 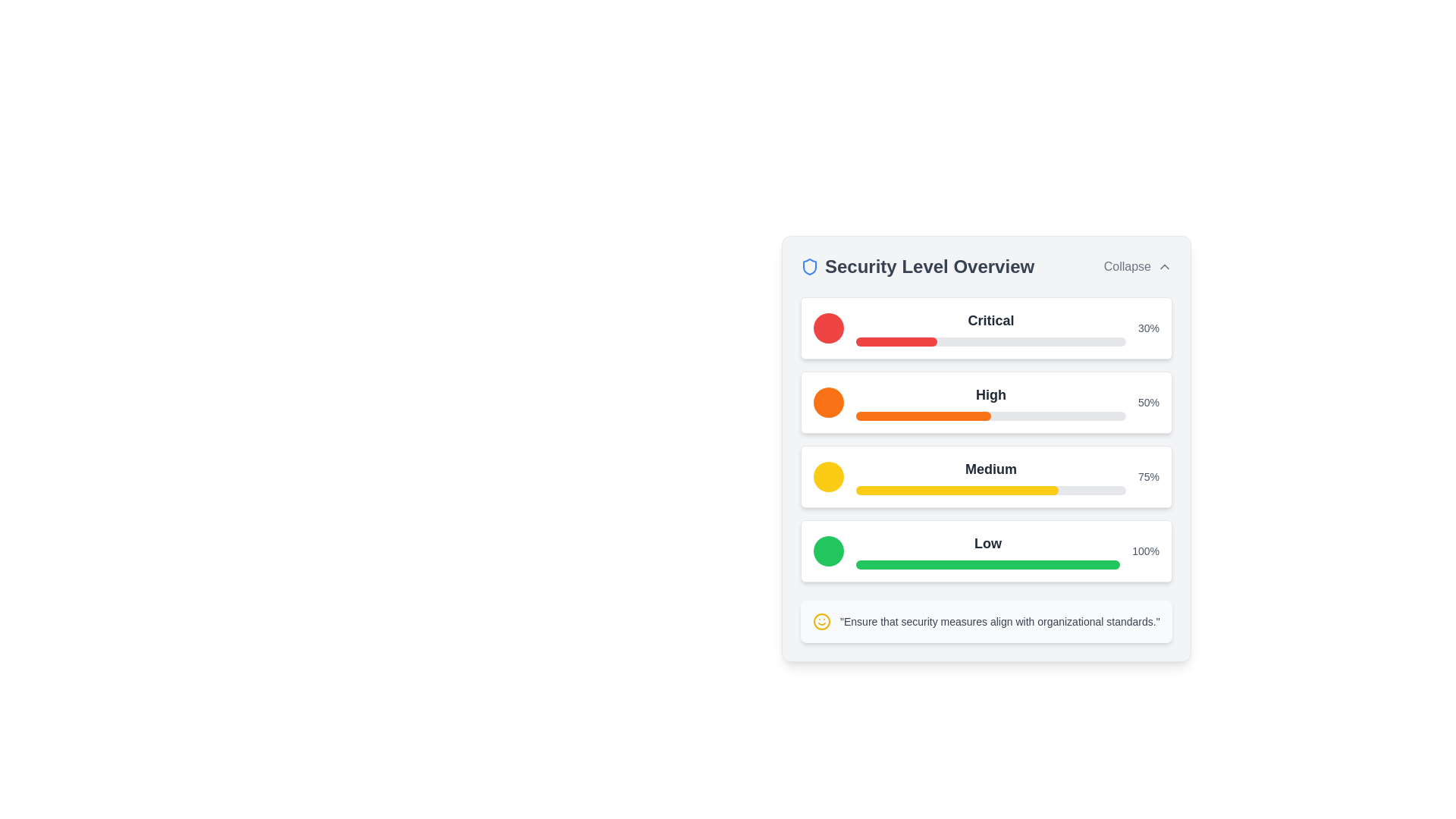 I want to click on the graphical circle SVG element that is part of the smiley face icon, located before the text 'Ensure that security measures align with organizational standards.', so click(x=821, y=622).